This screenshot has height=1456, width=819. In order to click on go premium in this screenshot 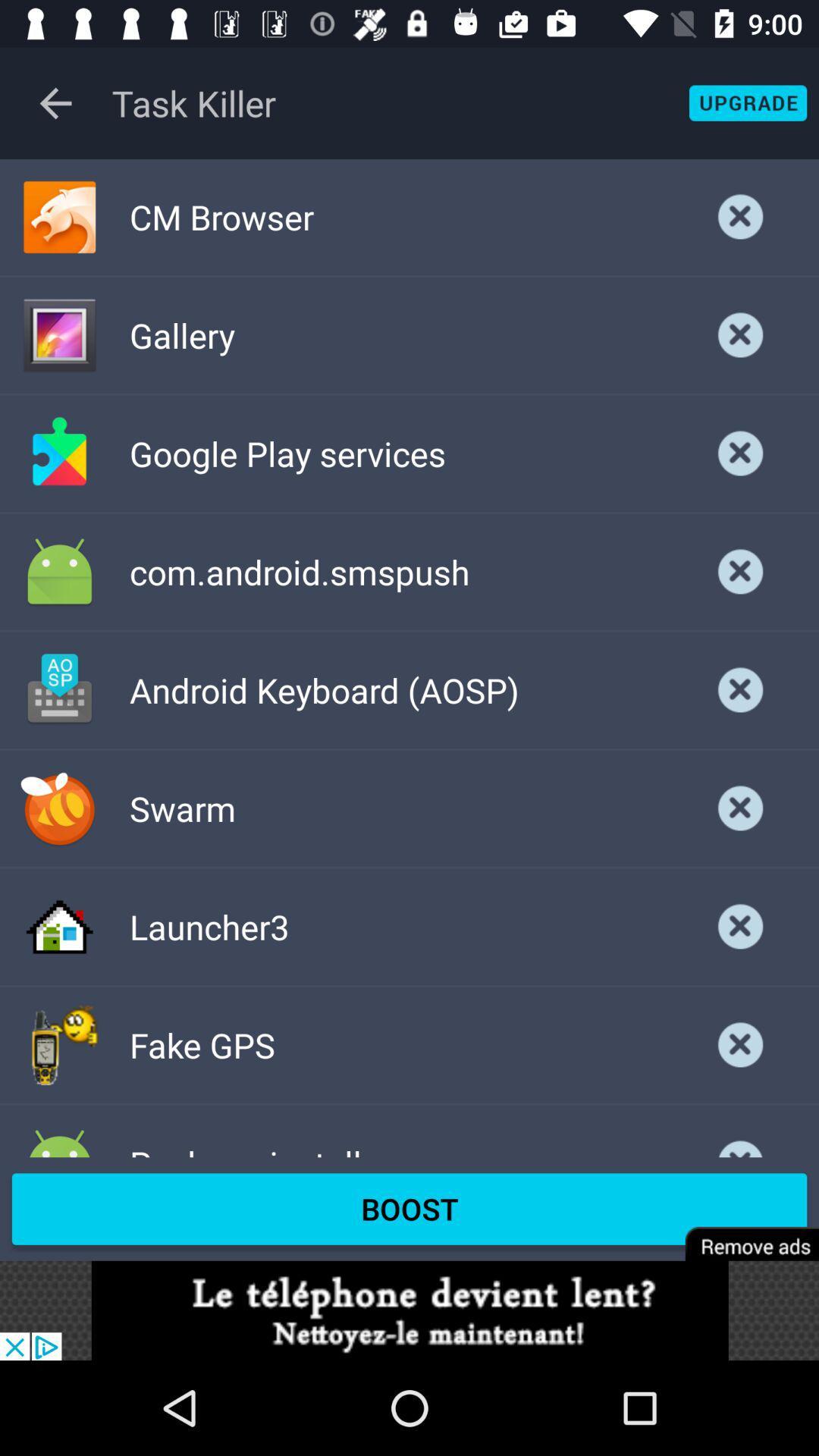, I will do `click(741, 1234)`.